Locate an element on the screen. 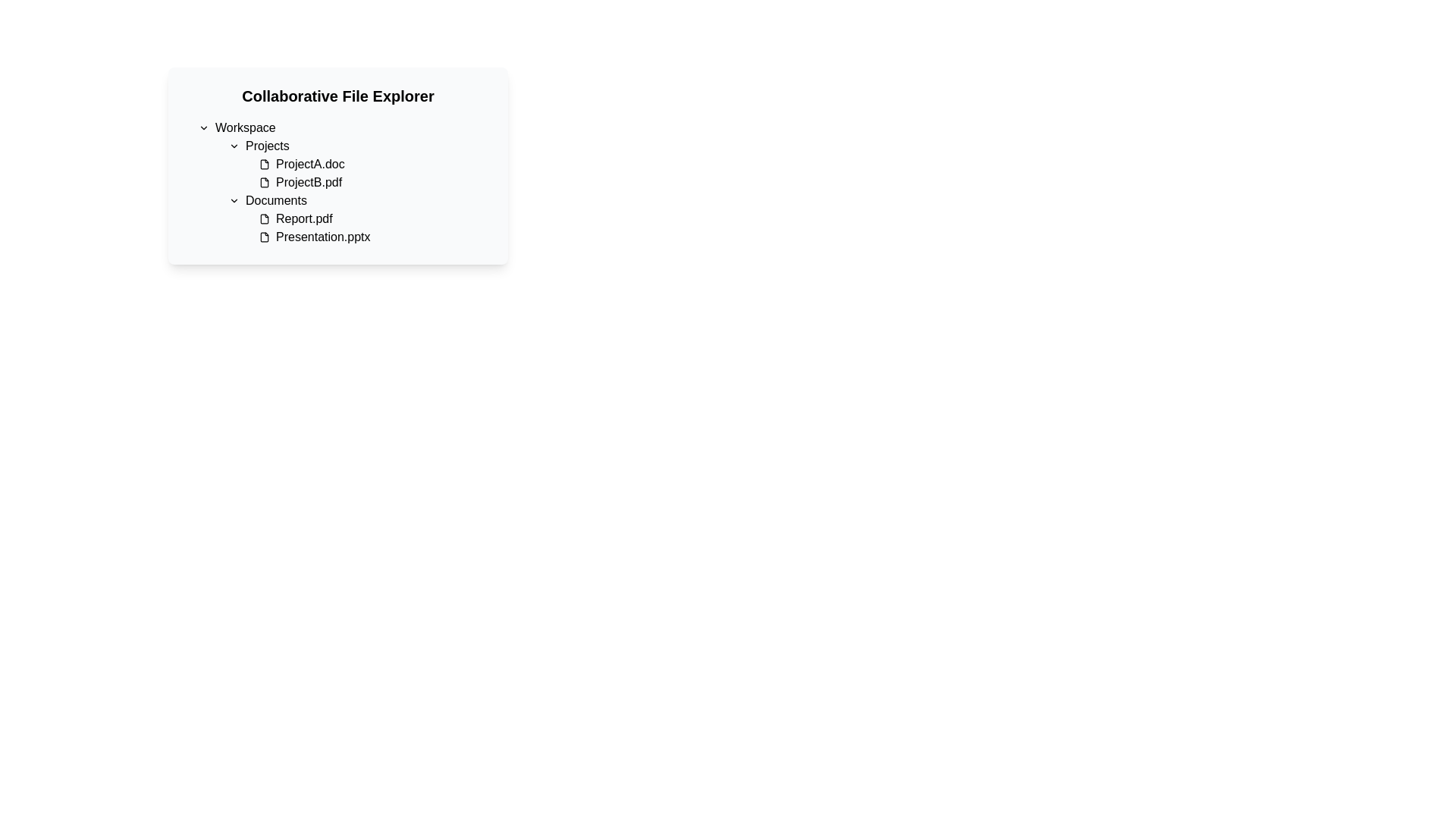  the file icon representing 'ProjectA.doc' located in the 'Projects' section of the file explorer interface, which is the first item under the expanded 'Projects' node is located at coordinates (265, 164).